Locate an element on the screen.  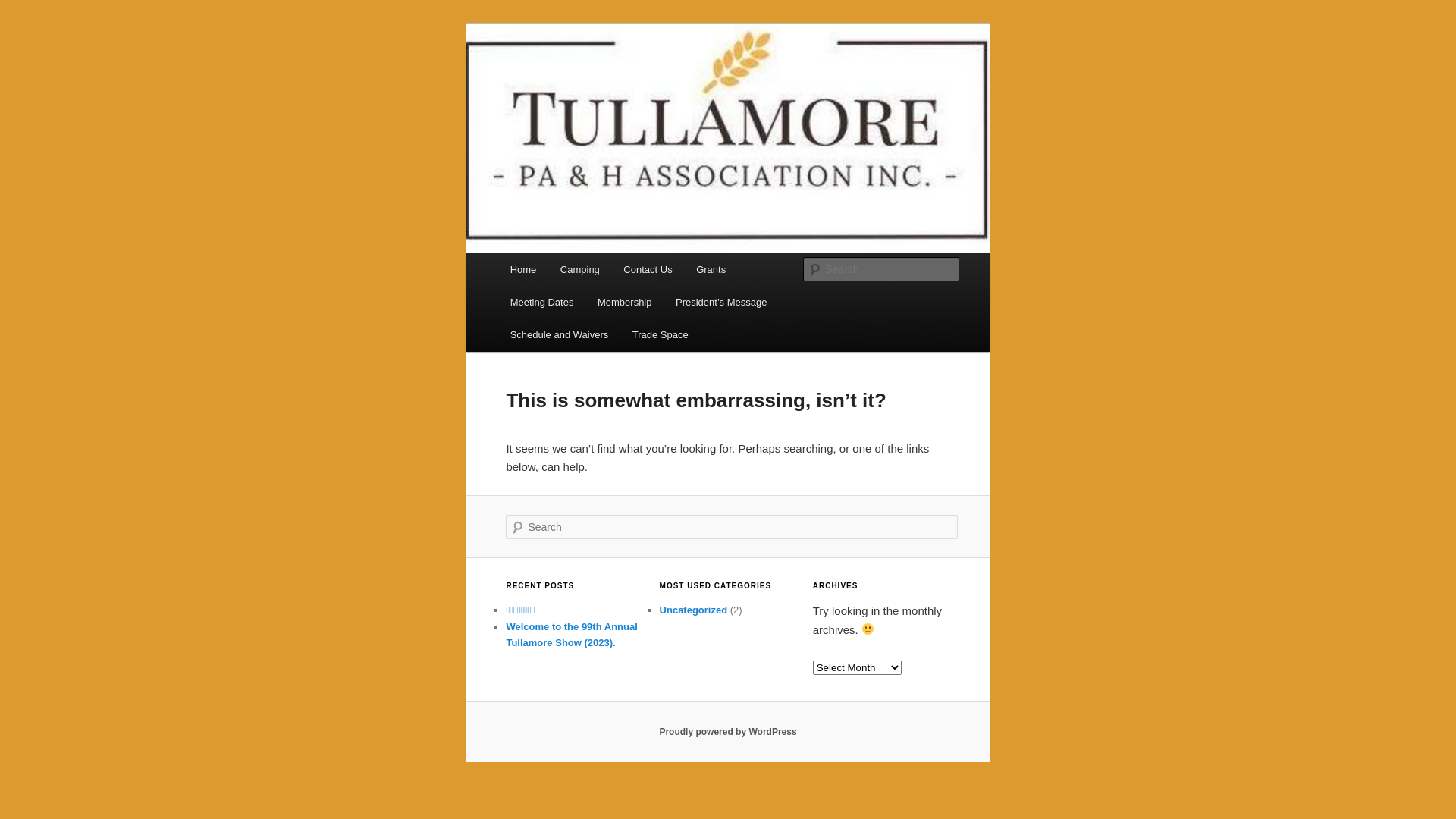
'Contact Us' is located at coordinates (648, 268).